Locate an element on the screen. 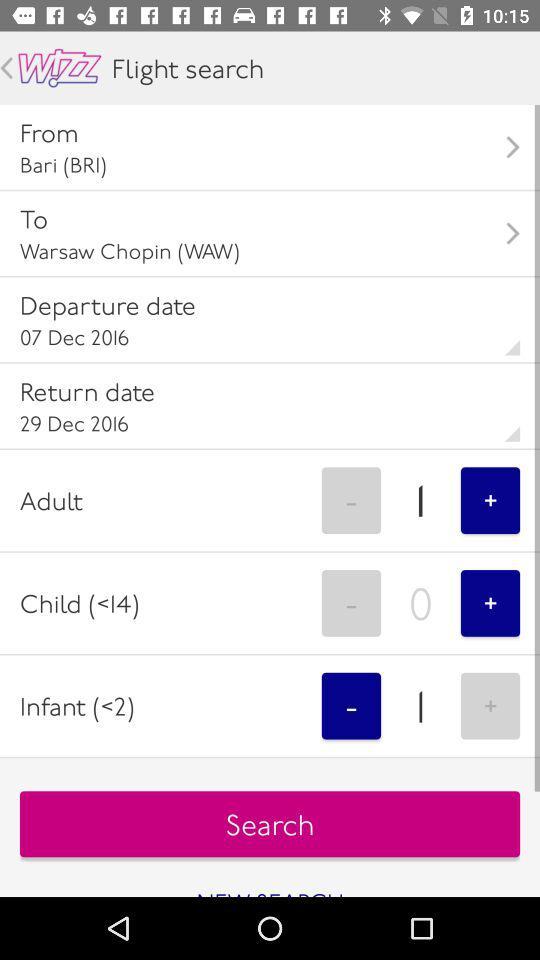  the - icon is located at coordinates (350, 602).